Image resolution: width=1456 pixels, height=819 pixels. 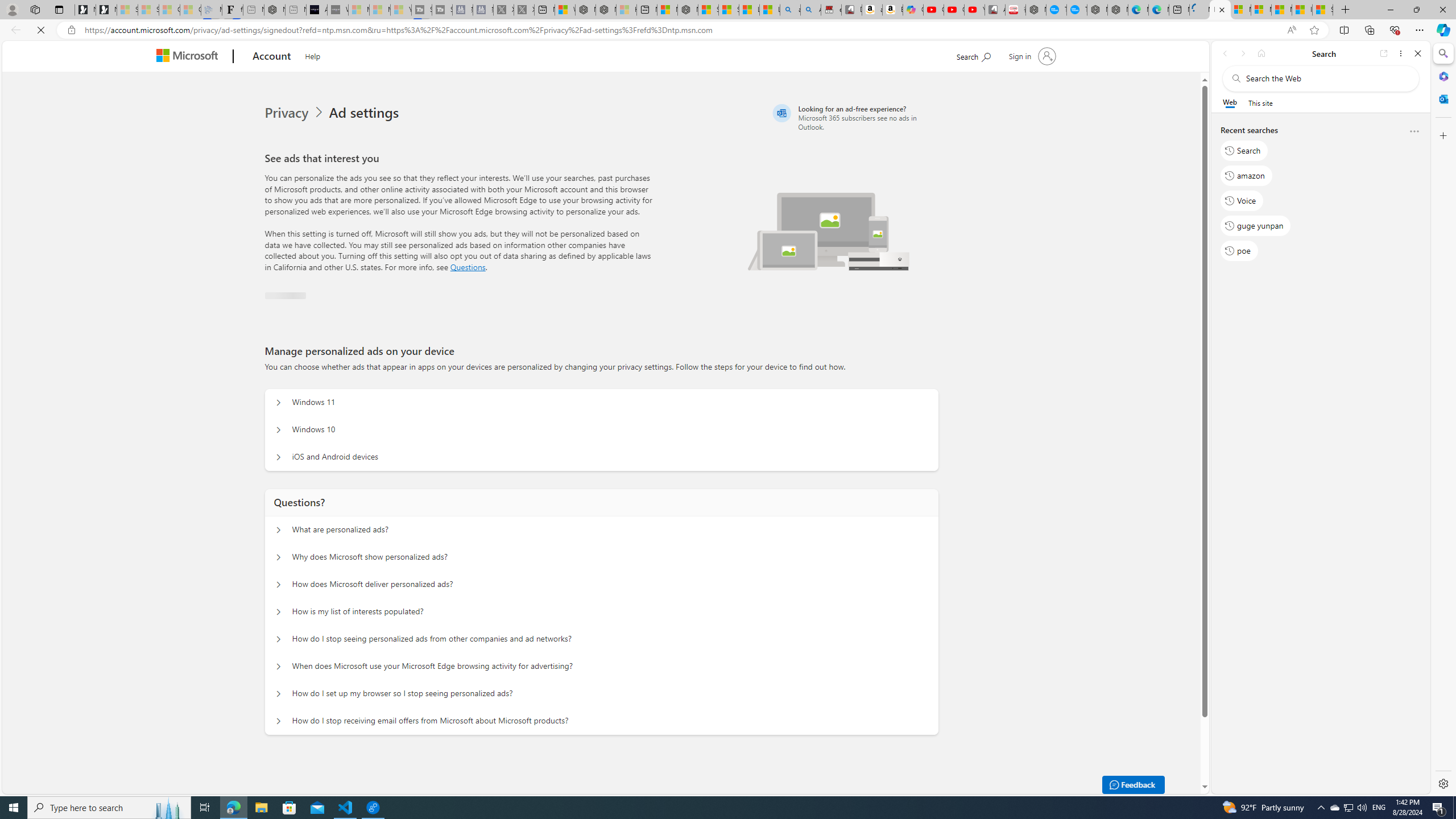 I want to click on 'I Gained 20 Pounds of Muscle in 30 Days! | Watch', so click(x=1301, y=9).